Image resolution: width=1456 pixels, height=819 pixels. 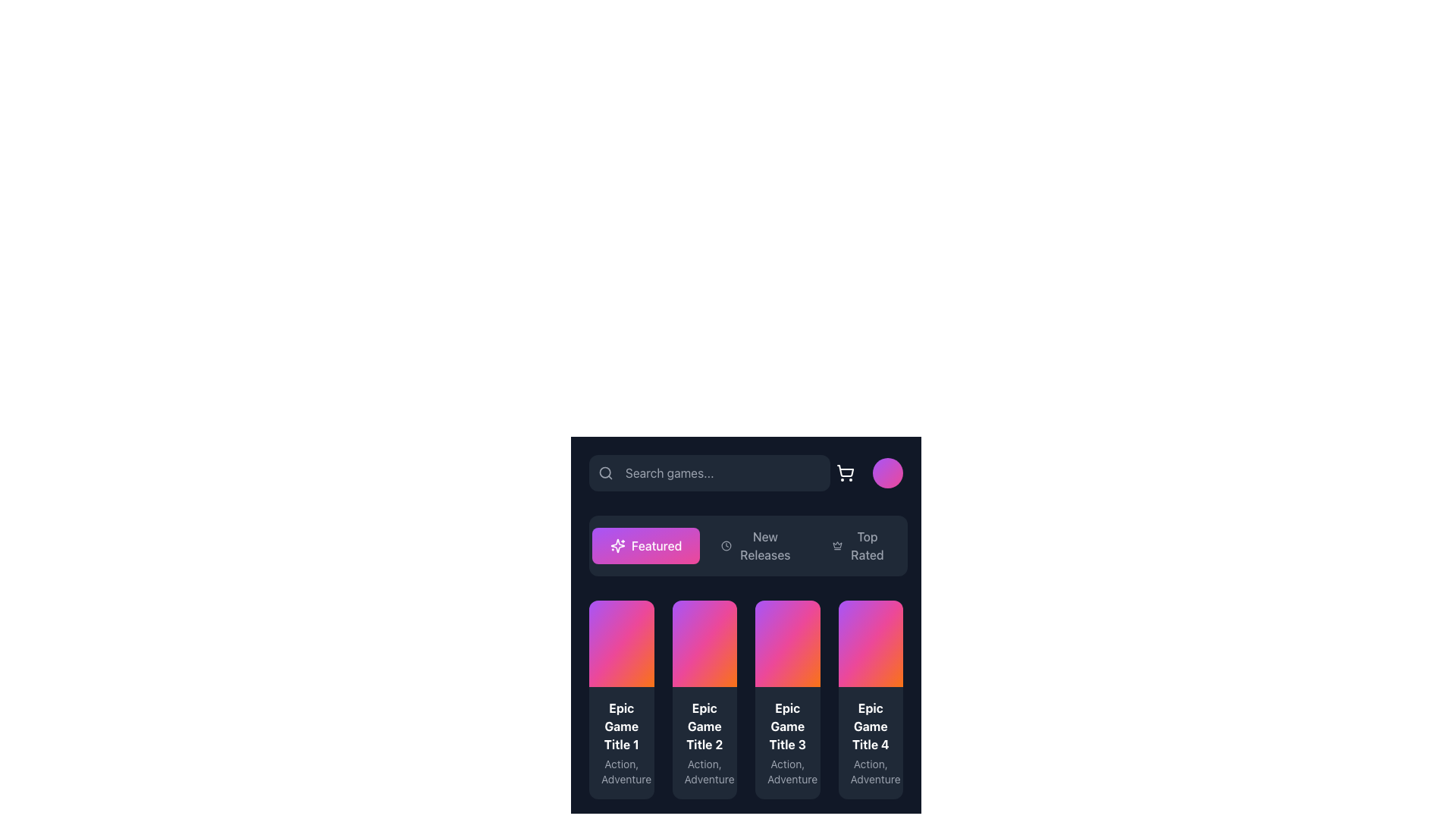 I want to click on the dark rectangular text display area at the bottom of the first card, which contains the title 'Epic Game Title 1' and the text 'Action, Adventure', so click(x=621, y=704).